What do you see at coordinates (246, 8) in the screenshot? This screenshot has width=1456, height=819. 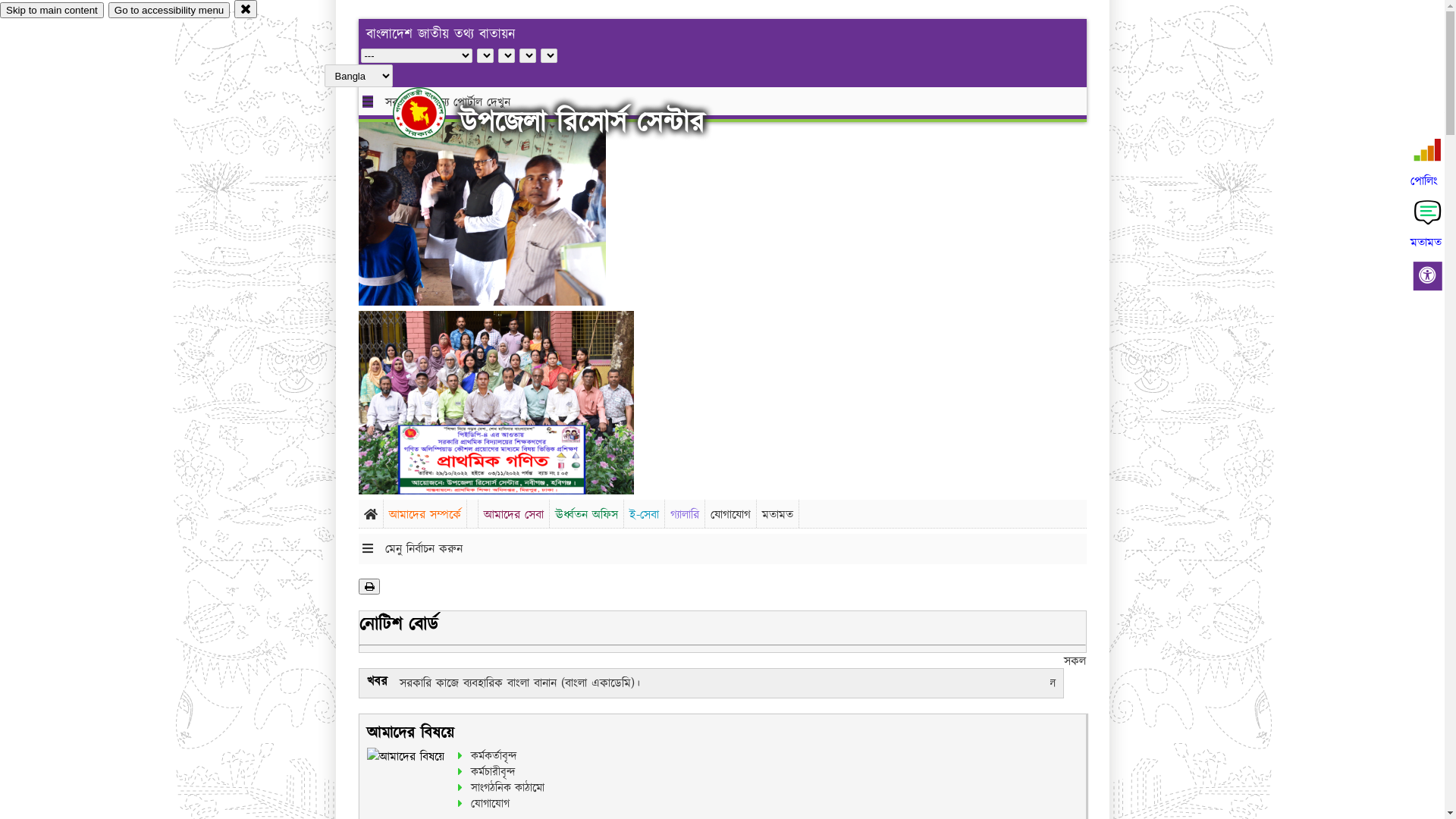 I see `'close'` at bounding box center [246, 8].